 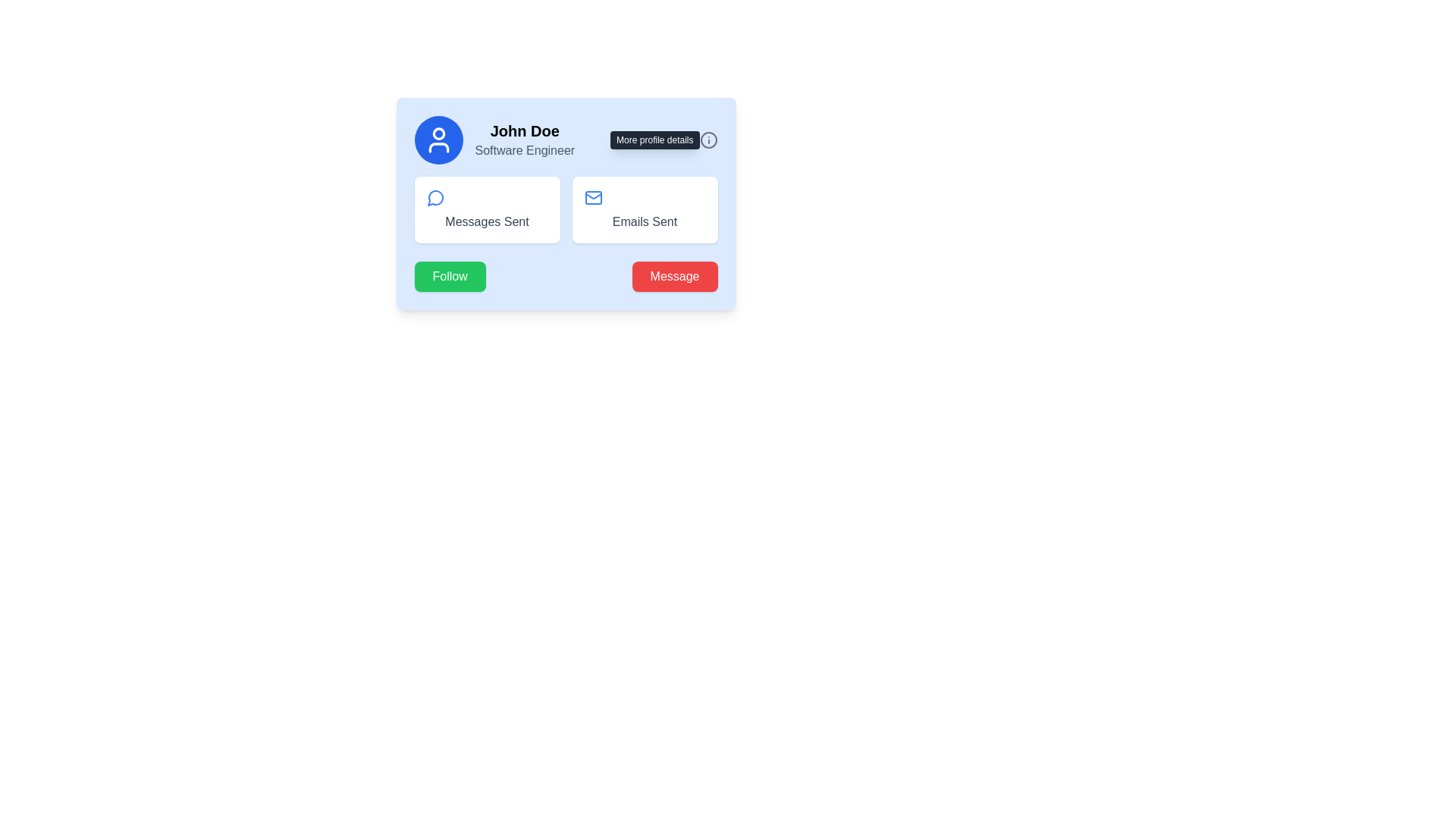 I want to click on bottom segment of the user icon, which is a graphical vector shape within a blue circular graphic component, located in the top-left section of the card layout, so click(x=438, y=148).